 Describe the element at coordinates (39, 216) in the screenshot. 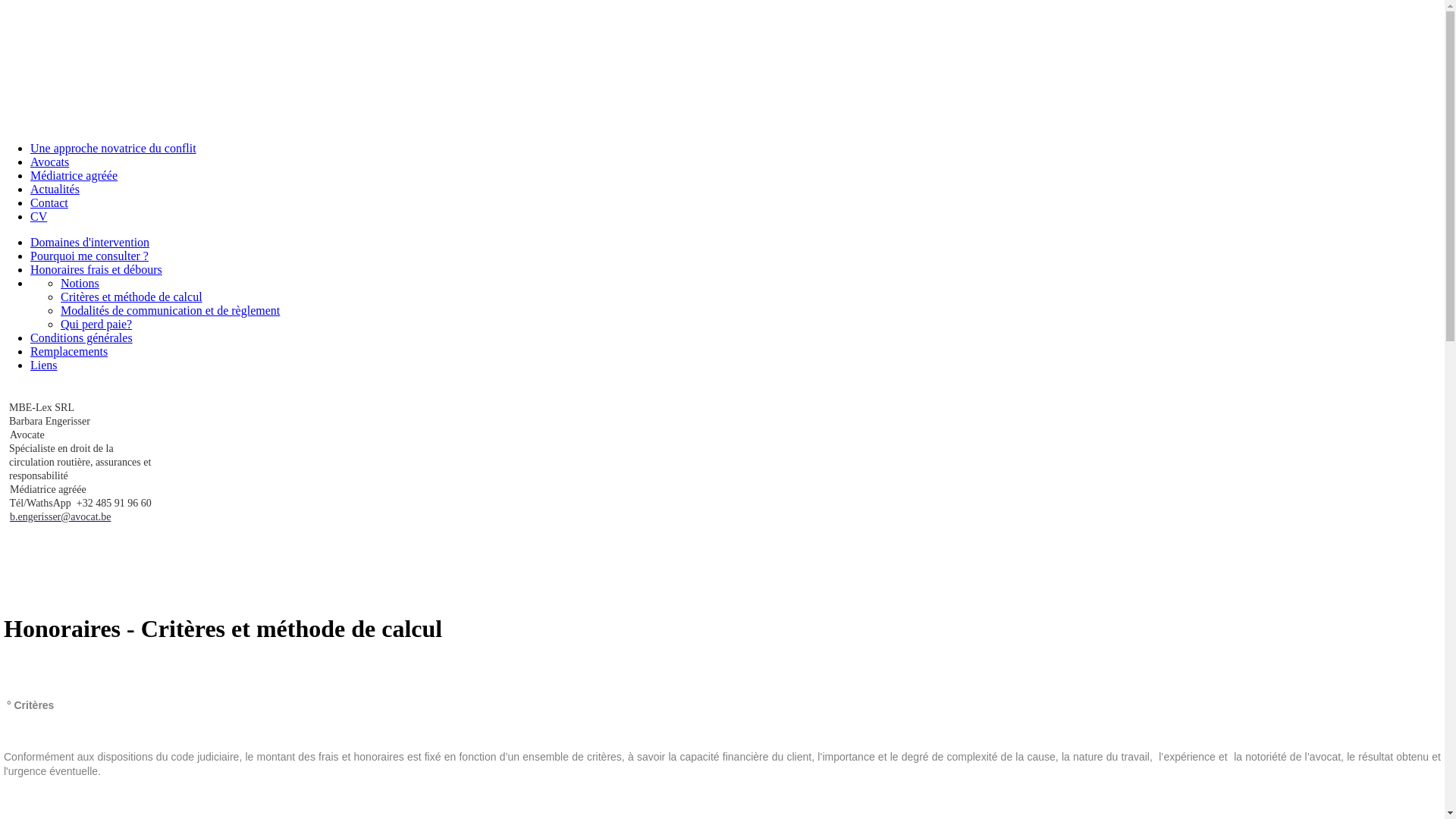

I see `'CV'` at that location.